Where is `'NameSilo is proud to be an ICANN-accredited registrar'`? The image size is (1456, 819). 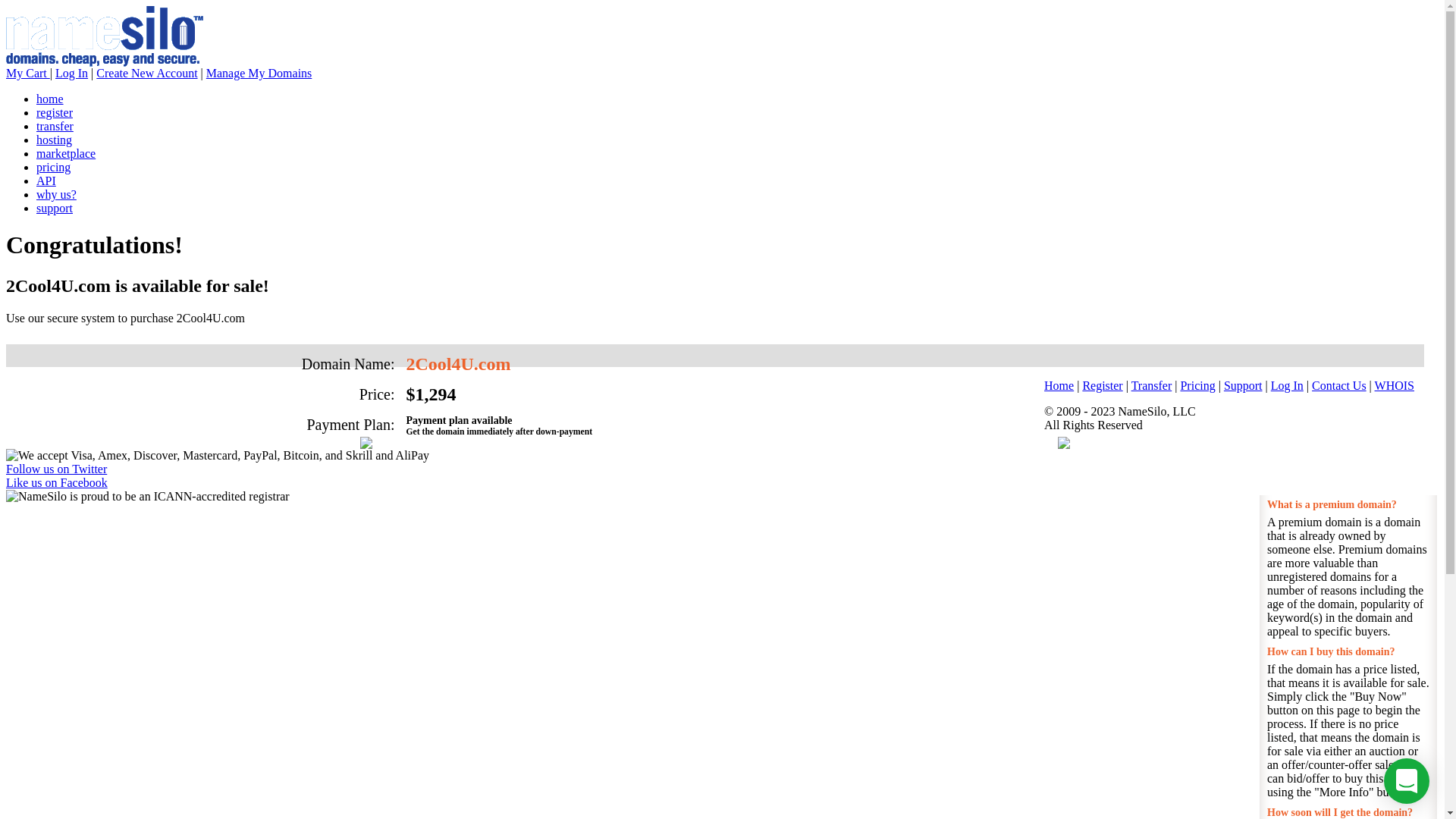 'NameSilo is proud to be an ICANN-accredited registrar' is located at coordinates (6, 497).